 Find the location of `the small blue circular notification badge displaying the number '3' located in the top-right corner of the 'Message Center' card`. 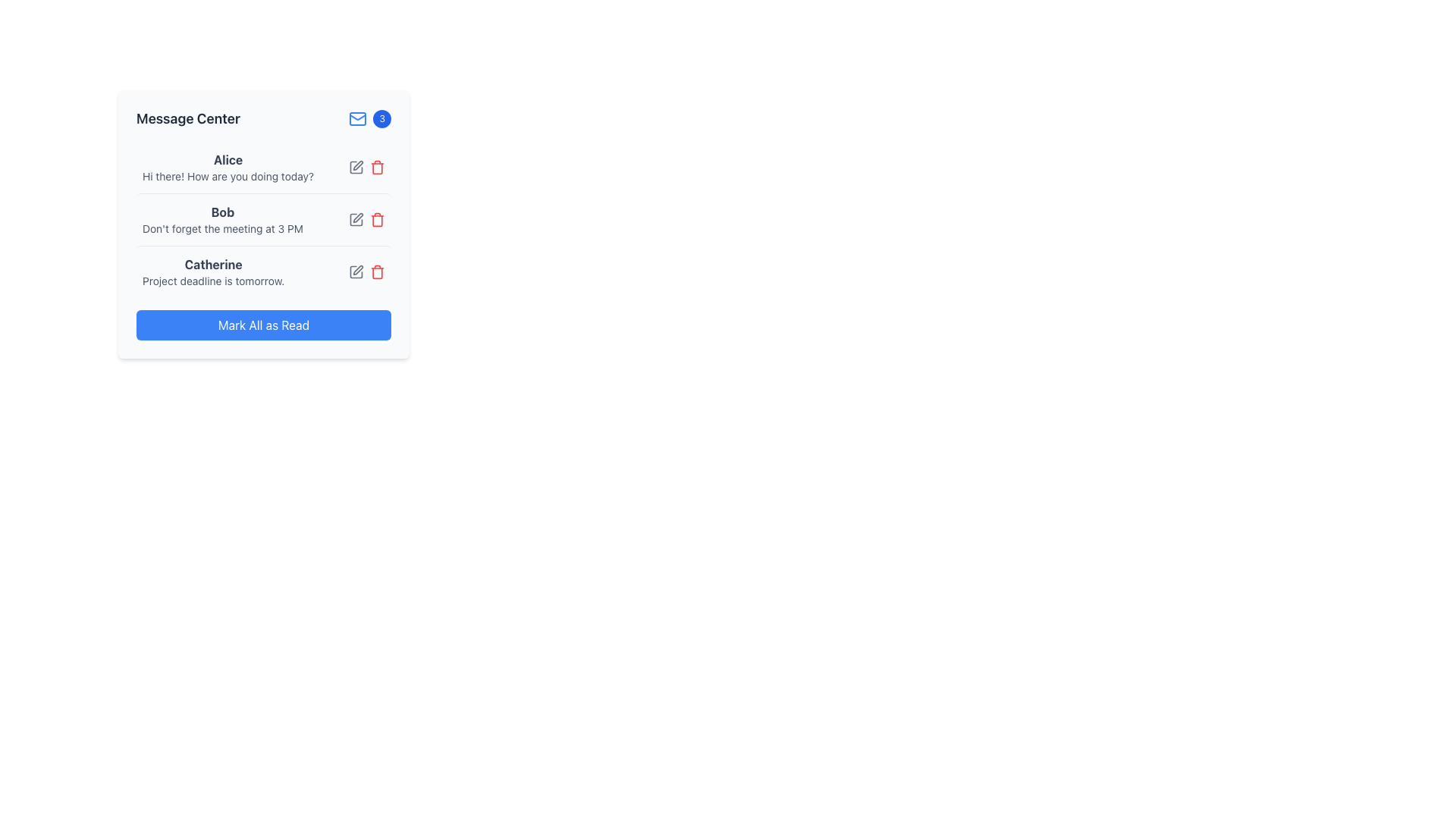

the small blue circular notification badge displaying the number '3' located in the top-right corner of the 'Message Center' card is located at coordinates (382, 118).